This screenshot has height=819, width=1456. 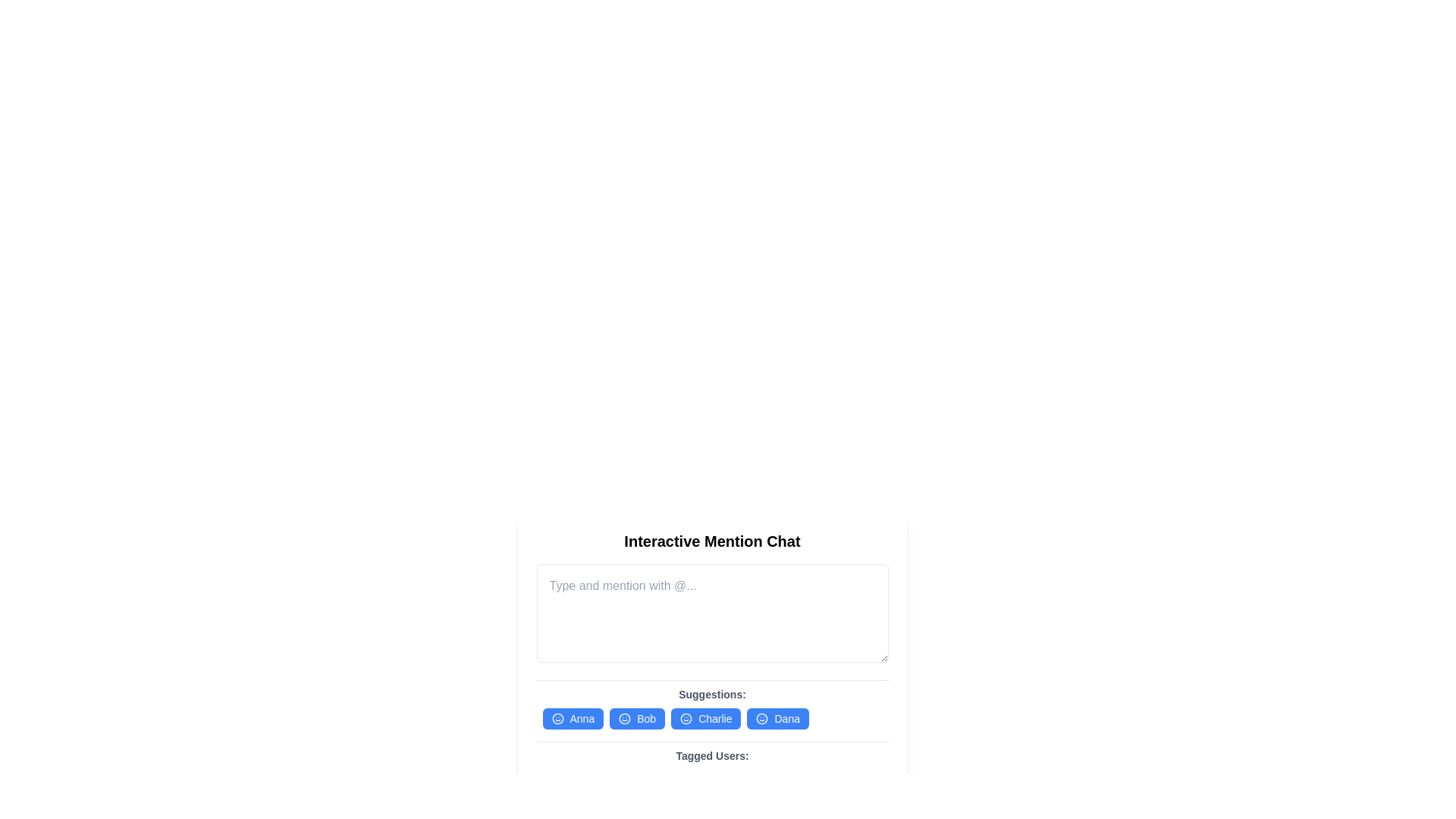 I want to click on the SVG graphic icon representing a simplified smiling face, which is part of the button labeled 'Bob' in the 'Suggestions' section, located to the left of the text 'Bob', so click(x=625, y=718).